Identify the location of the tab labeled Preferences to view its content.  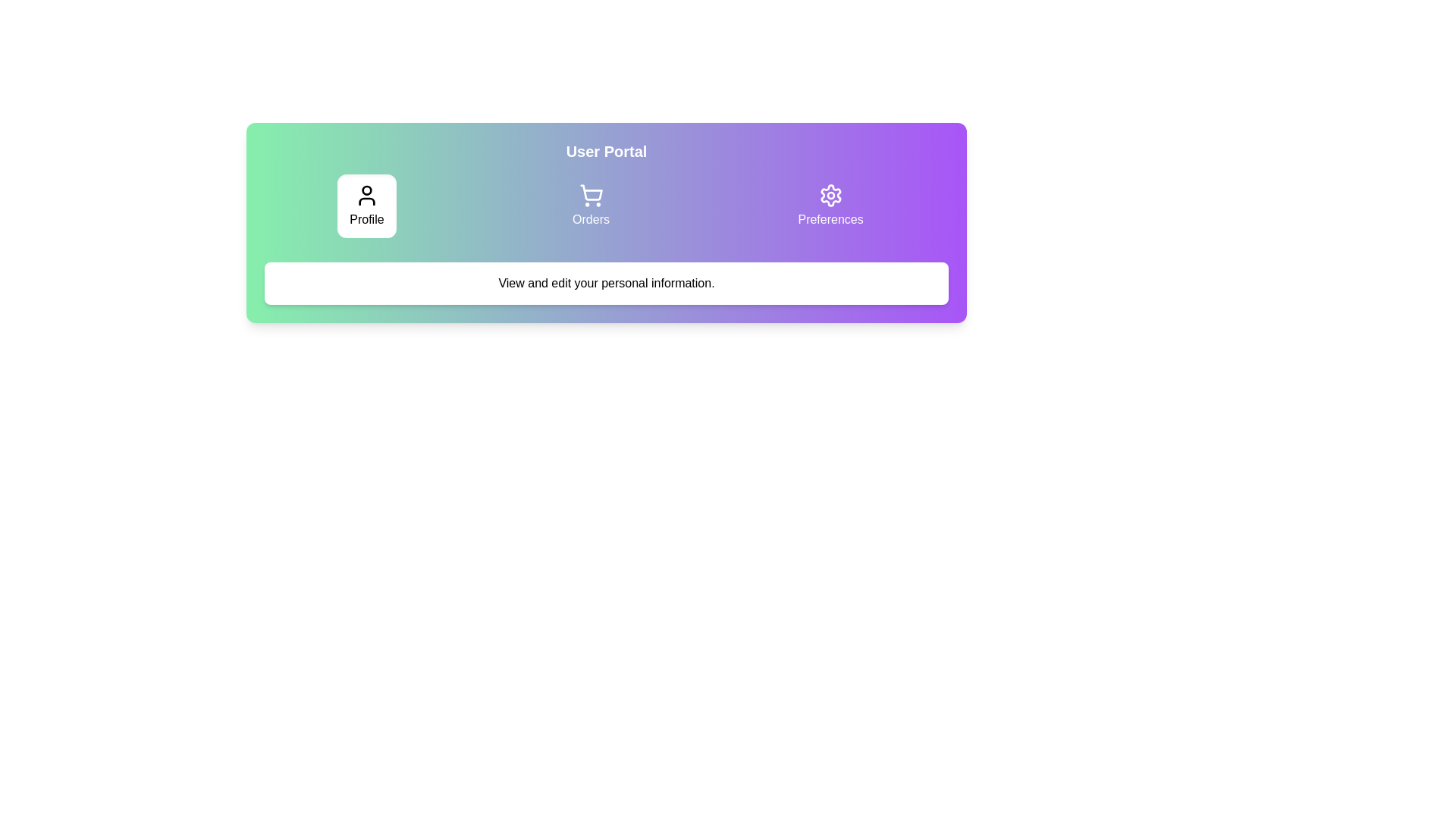
(830, 206).